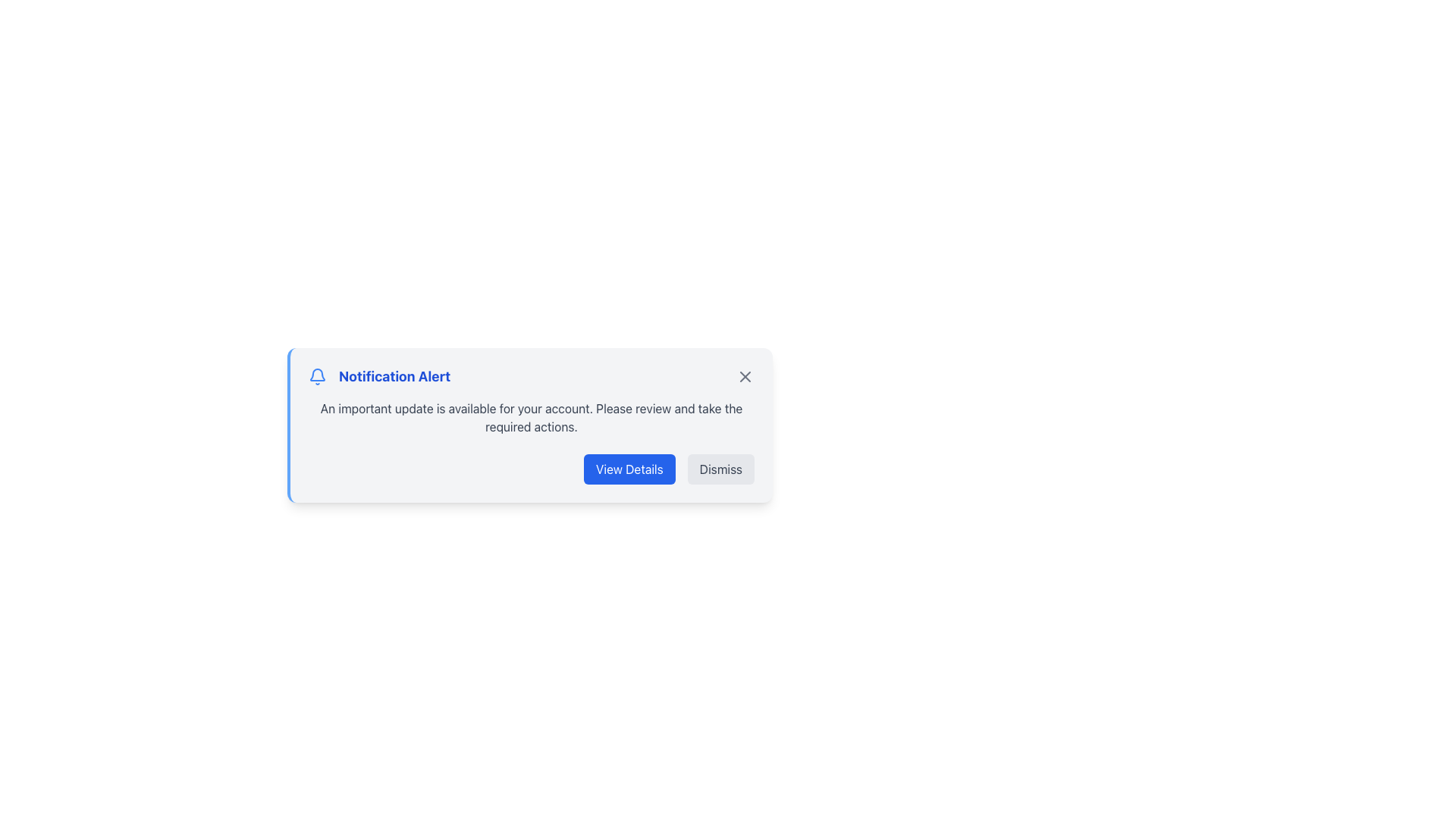 This screenshot has width=1456, height=819. I want to click on the decorative notification icon located to the left of the 'Notification Alert' text at the top of the notification card, so click(316, 376).